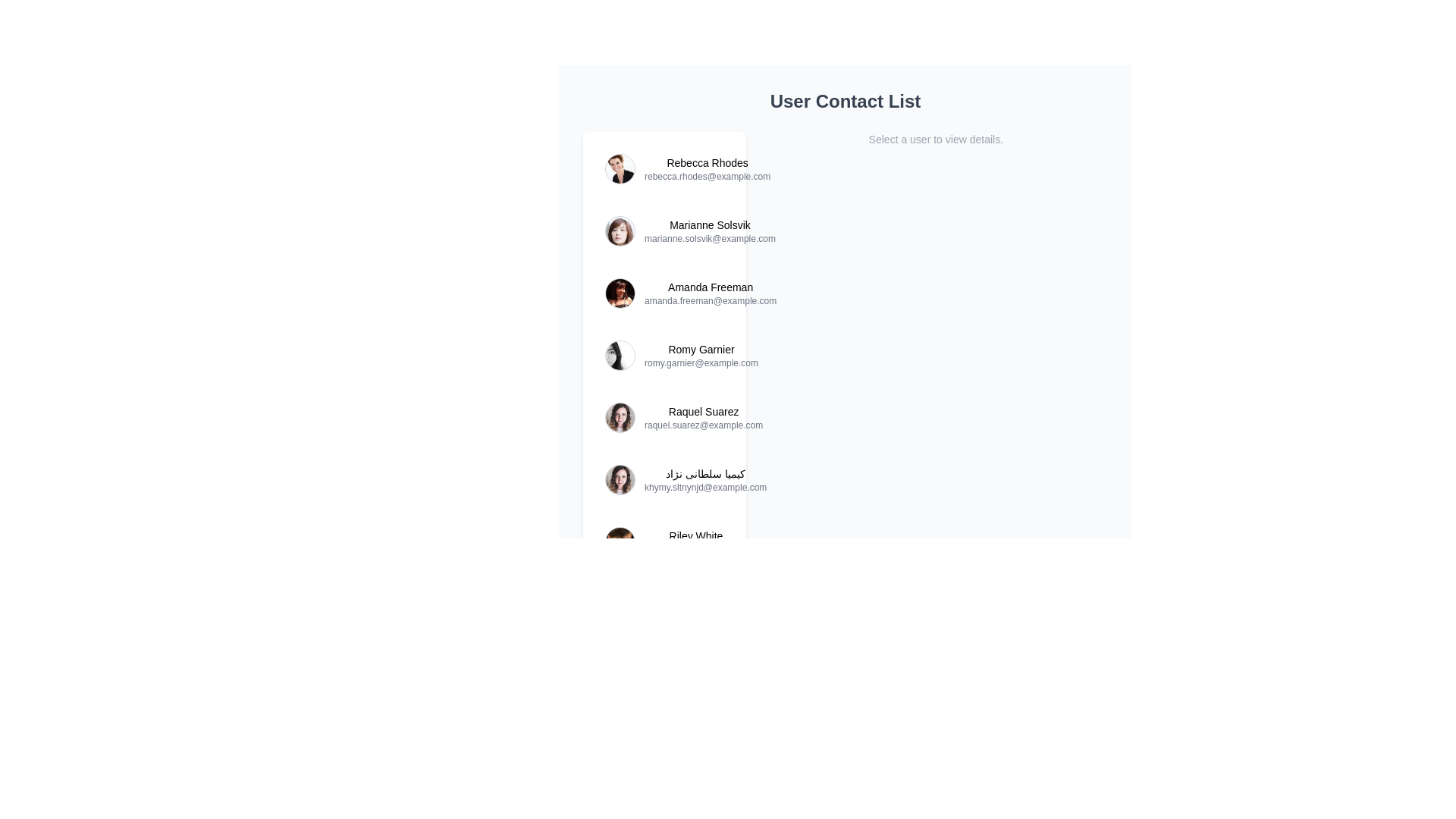 This screenshot has height=819, width=1456. What do you see at coordinates (710, 287) in the screenshot?
I see `the static text label displaying 'Amanda Freeman', which is styled in bold and positioned at the top of the user information list` at bounding box center [710, 287].